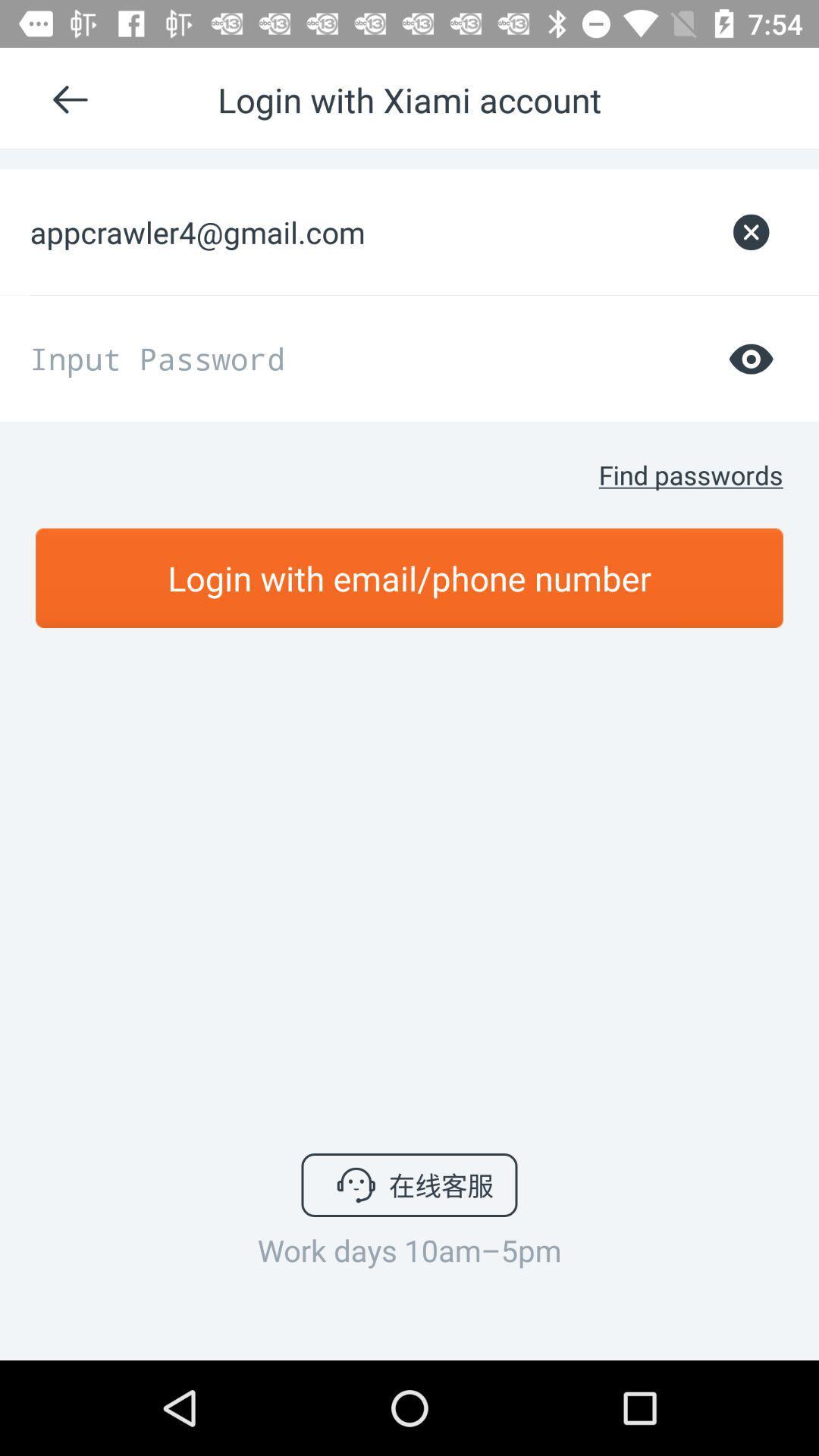 This screenshot has height=1456, width=819. Describe the element at coordinates (751, 383) in the screenshot. I see `the visibility icon` at that location.